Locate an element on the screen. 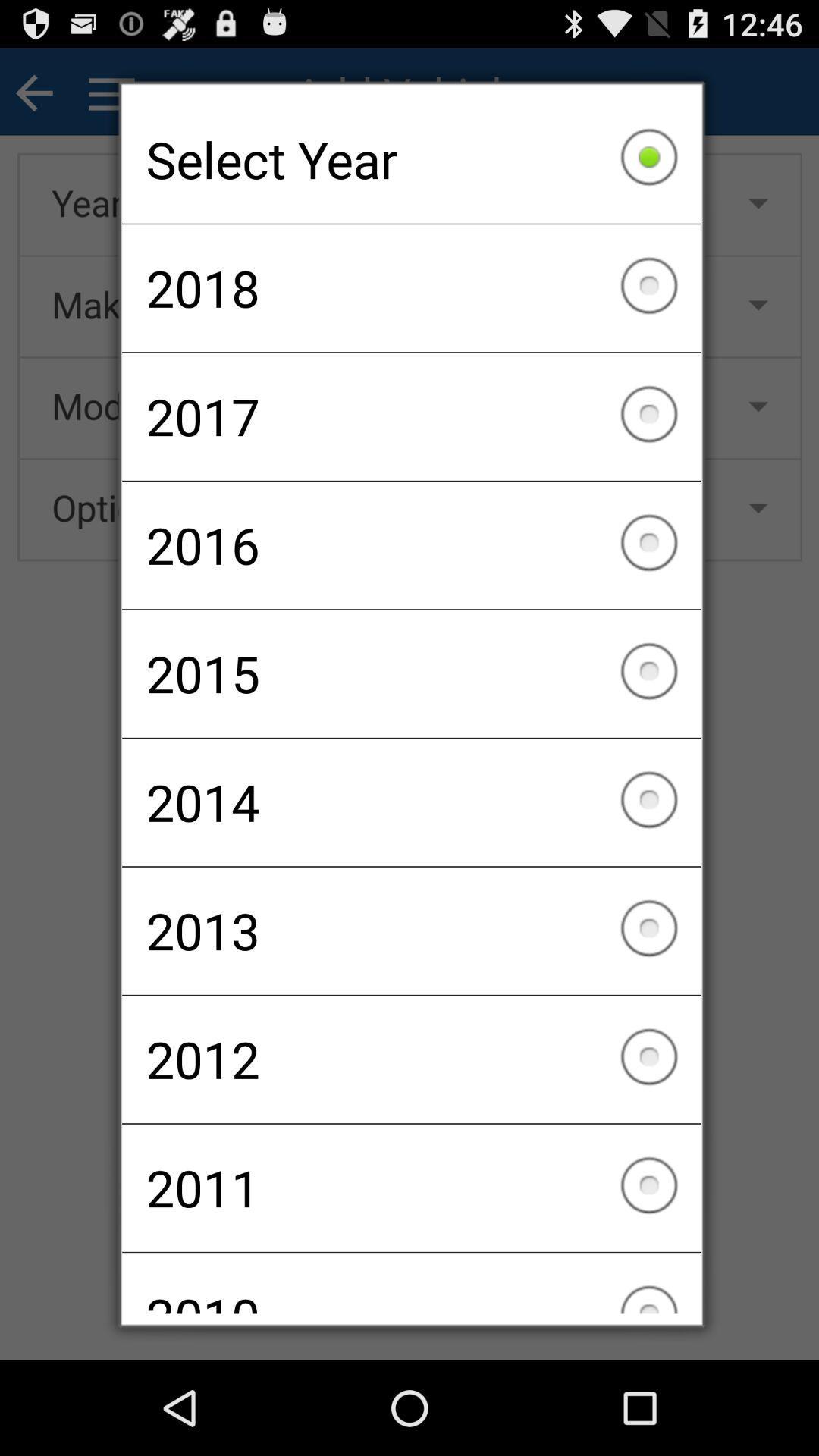  2014 icon is located at coordinates (411, 802).